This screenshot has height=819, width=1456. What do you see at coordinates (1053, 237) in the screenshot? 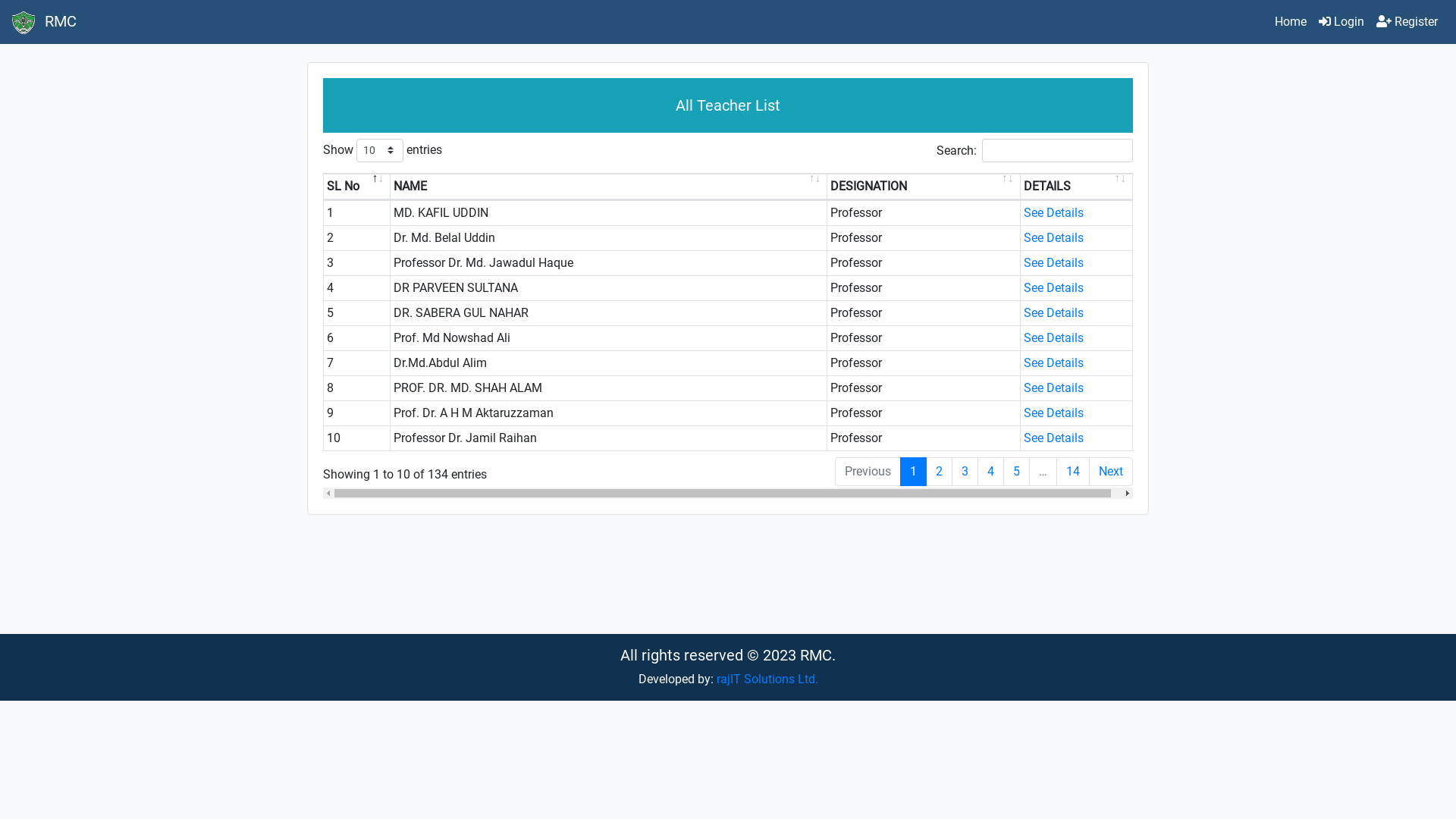
I see `'See Details'` at bounding box center [1053, 237].